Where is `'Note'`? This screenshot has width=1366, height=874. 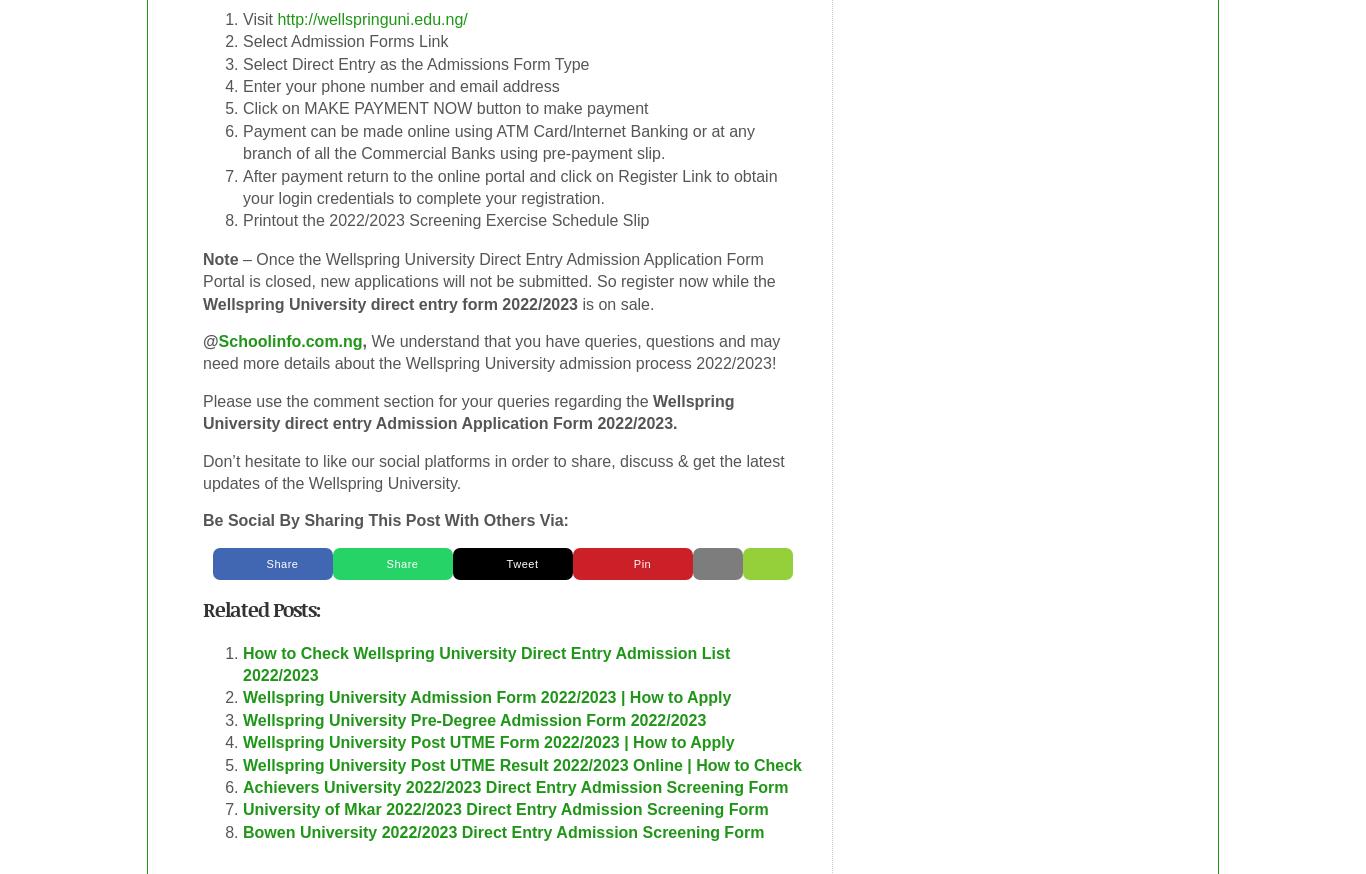 'Note' is located at coordinates (219, 258).